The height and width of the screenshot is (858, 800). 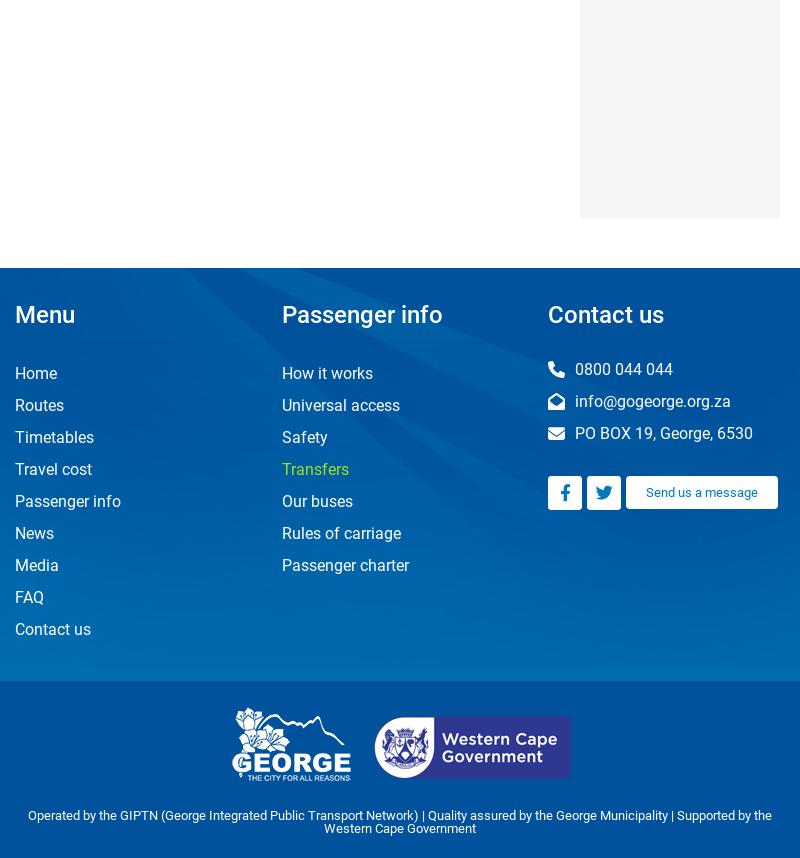 What do you see at coordinates (325, 372) in the screenshot?
I see `'How it works'` at bounding box center [325, 372].